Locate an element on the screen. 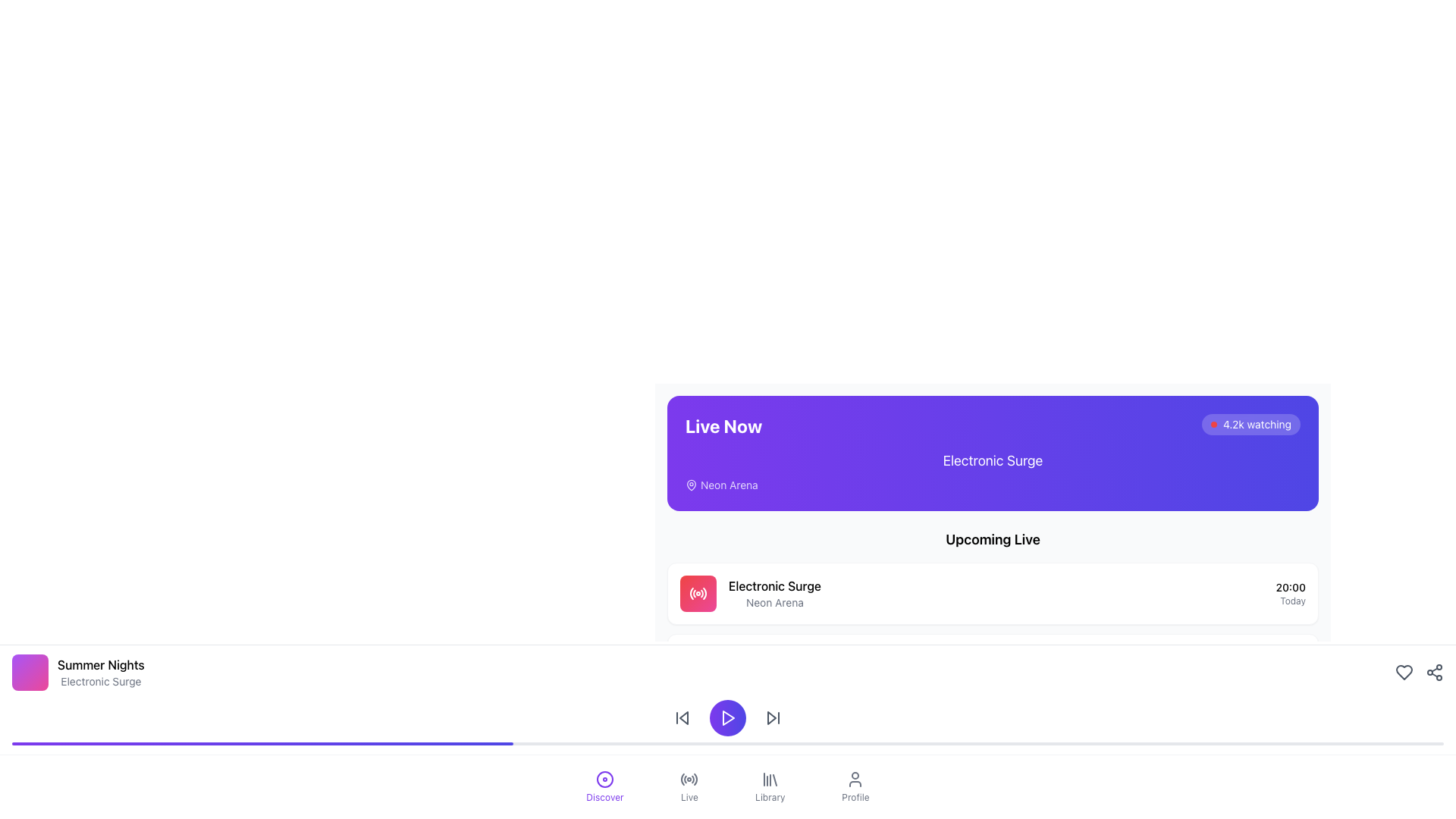 This screenshot has height=819, width=1456. the Text Display (Dual-line) element featuring 'Summer Nights' and 'Electronic Surge', located in the bottom-left corner of the interface is located at coordinates (100, 672).